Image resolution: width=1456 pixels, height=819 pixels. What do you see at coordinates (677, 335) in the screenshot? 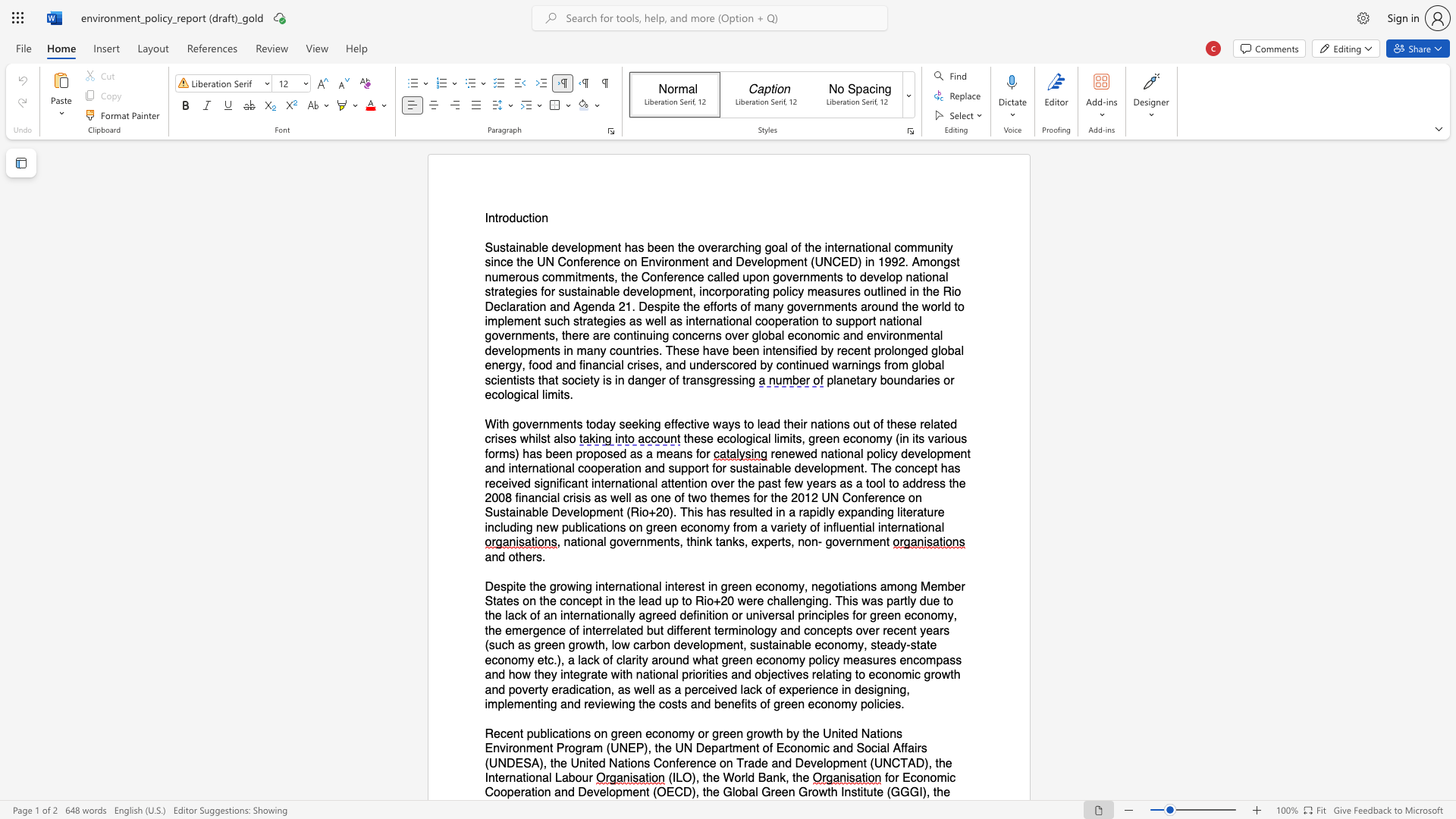
I see `the subset text "oncerns over global economic and environmental developments in many countries. Th" within the text "commitments, the Conference called upon governments to develop national strategies for sustainable development, incorporating policy measures outlined in the Rio Declaration and Agenda 21. Despite the efforts of many governments around the world to implement such strategies as well as international cooperation to support national governments, there are continuing concerns over global economic and environmental developments in many countries. These have been intensified by recent prolonged global energy,"` at bounding box center [677, 335].